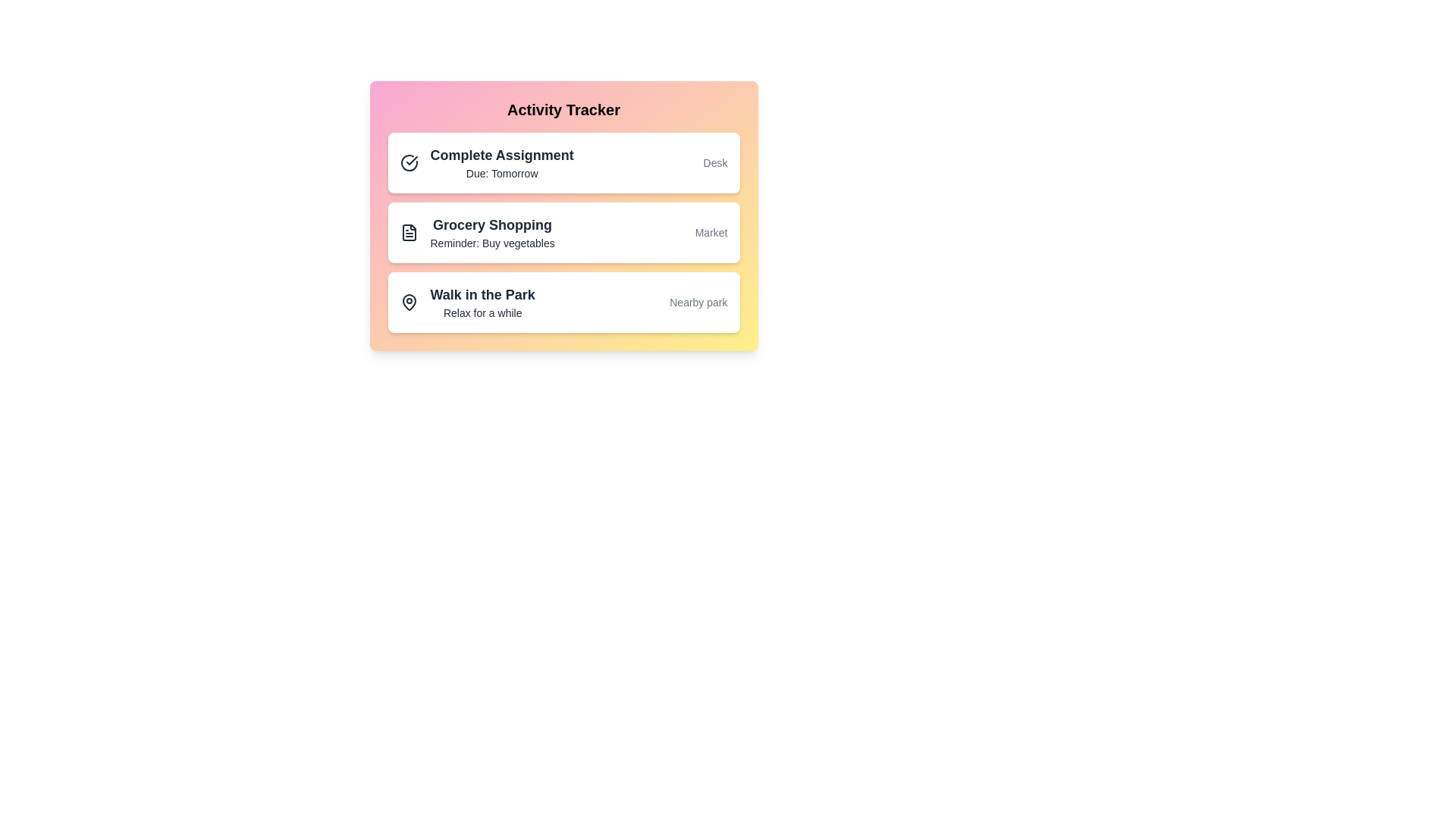 The width and height of the screenshot is (1456, 819). Describe the element at coordinates (409, 163) in the screenshot. I see `the icon next to the activity item Complete Assignment` at that location.